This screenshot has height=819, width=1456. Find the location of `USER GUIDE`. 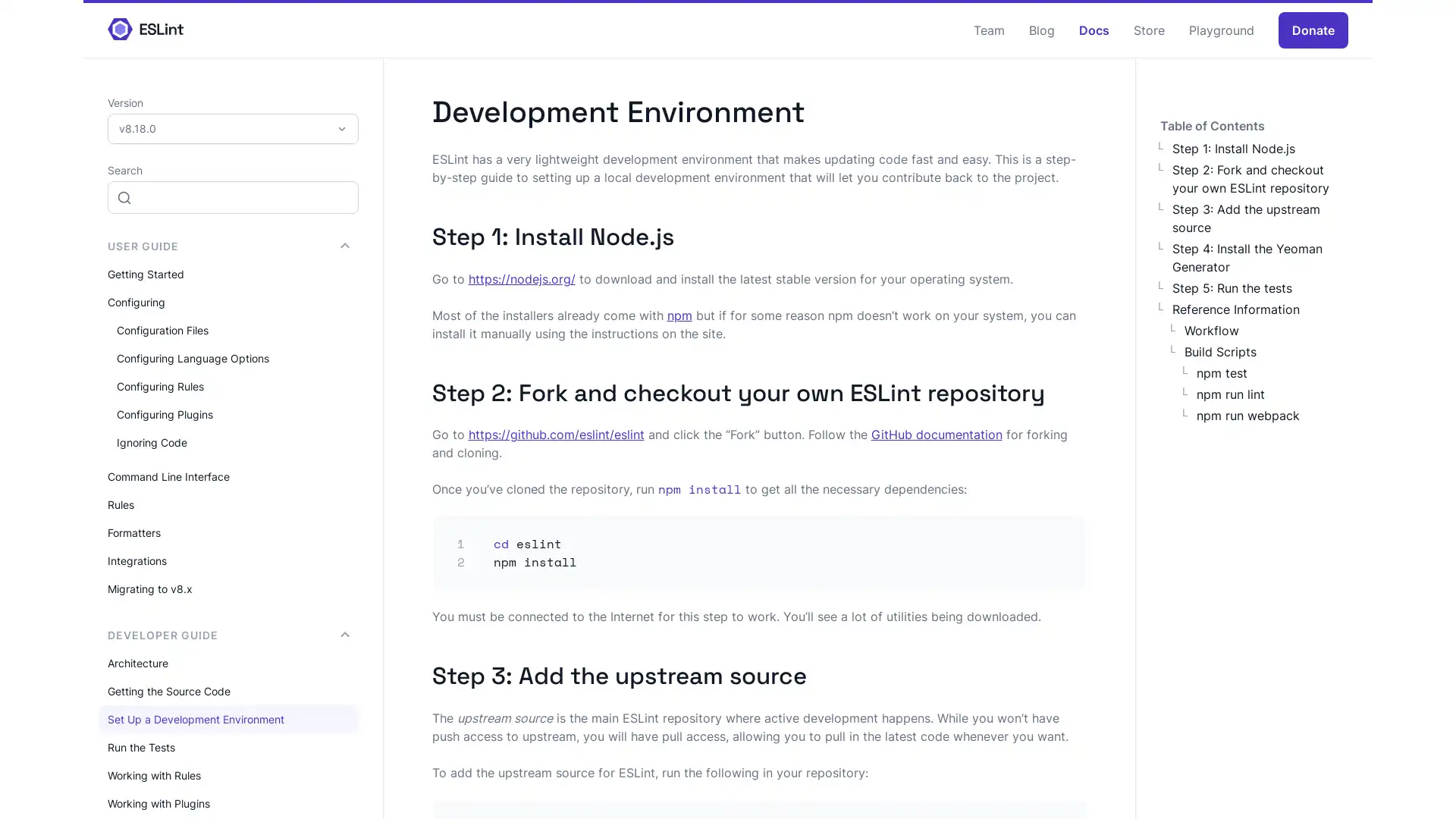

USER GUIDE is located at coordinates (227, 244).